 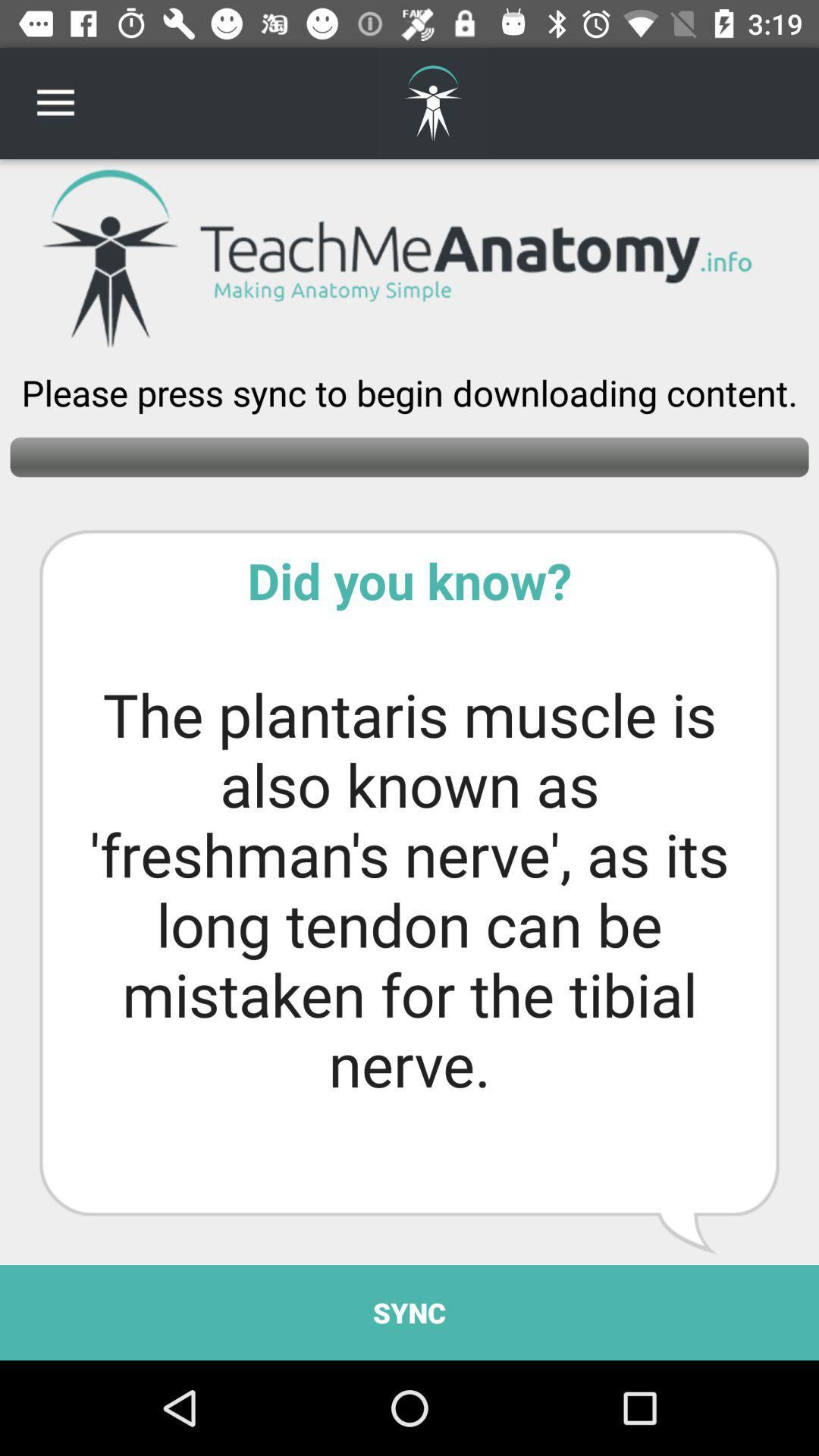 What do you see at coordinates (771, 102) in the screenshot?
I see `item at the top right corner` at bounding box center [771, 102].